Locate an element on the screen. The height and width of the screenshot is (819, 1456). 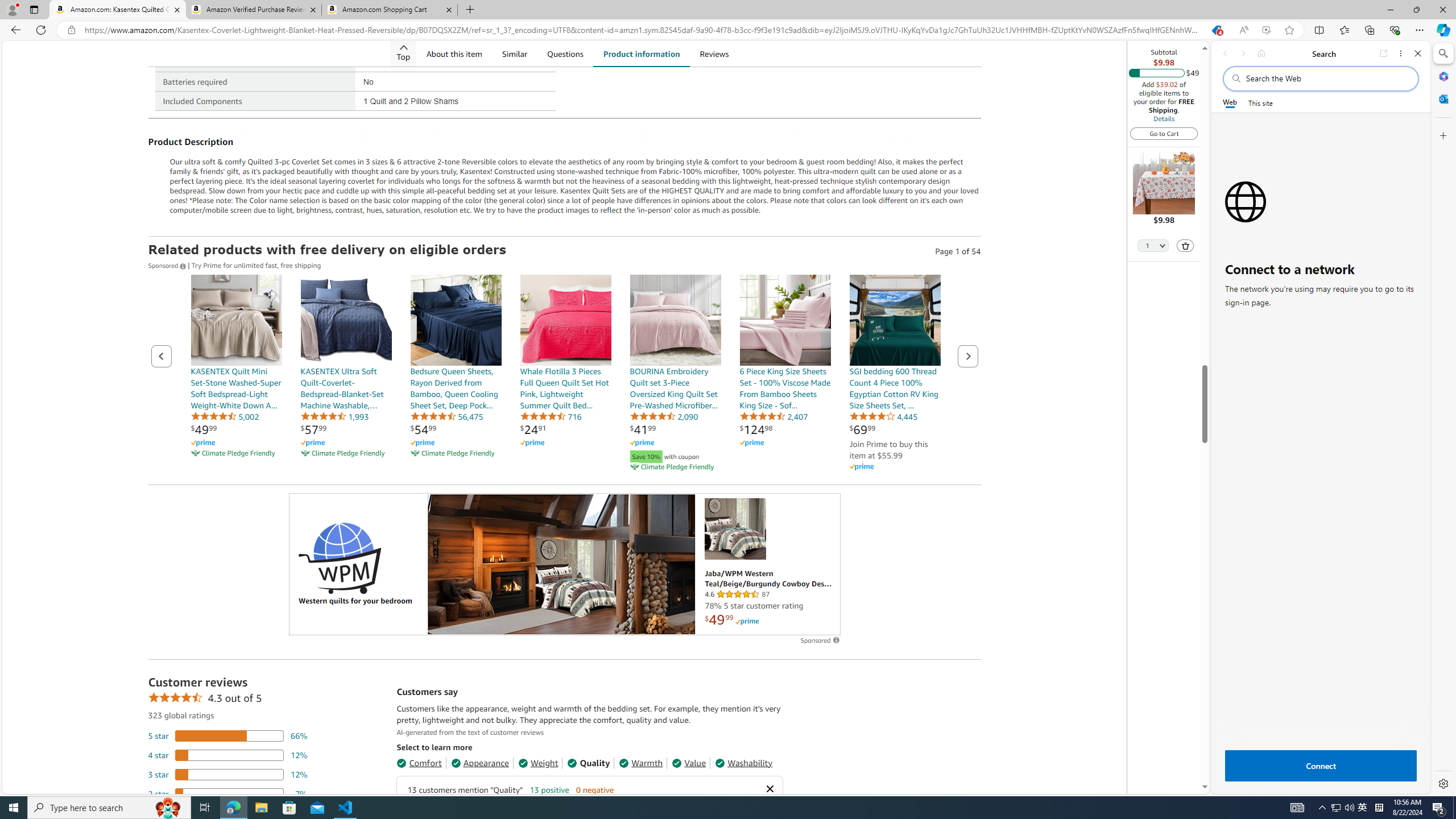
'$69.99' is located at coordinates (862, 429).